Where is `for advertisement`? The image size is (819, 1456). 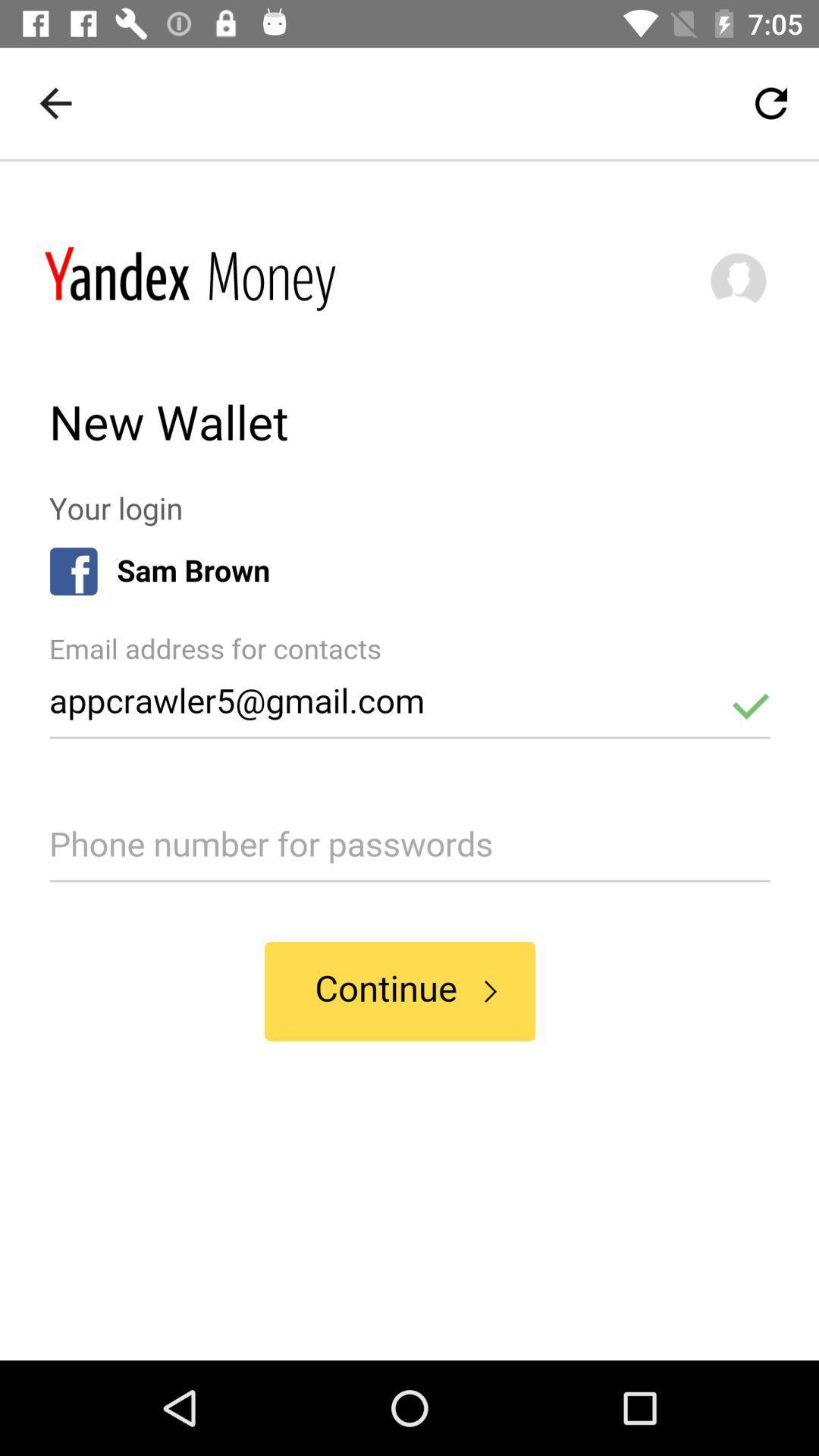
for advertisement is located at coordinates (409, 761).